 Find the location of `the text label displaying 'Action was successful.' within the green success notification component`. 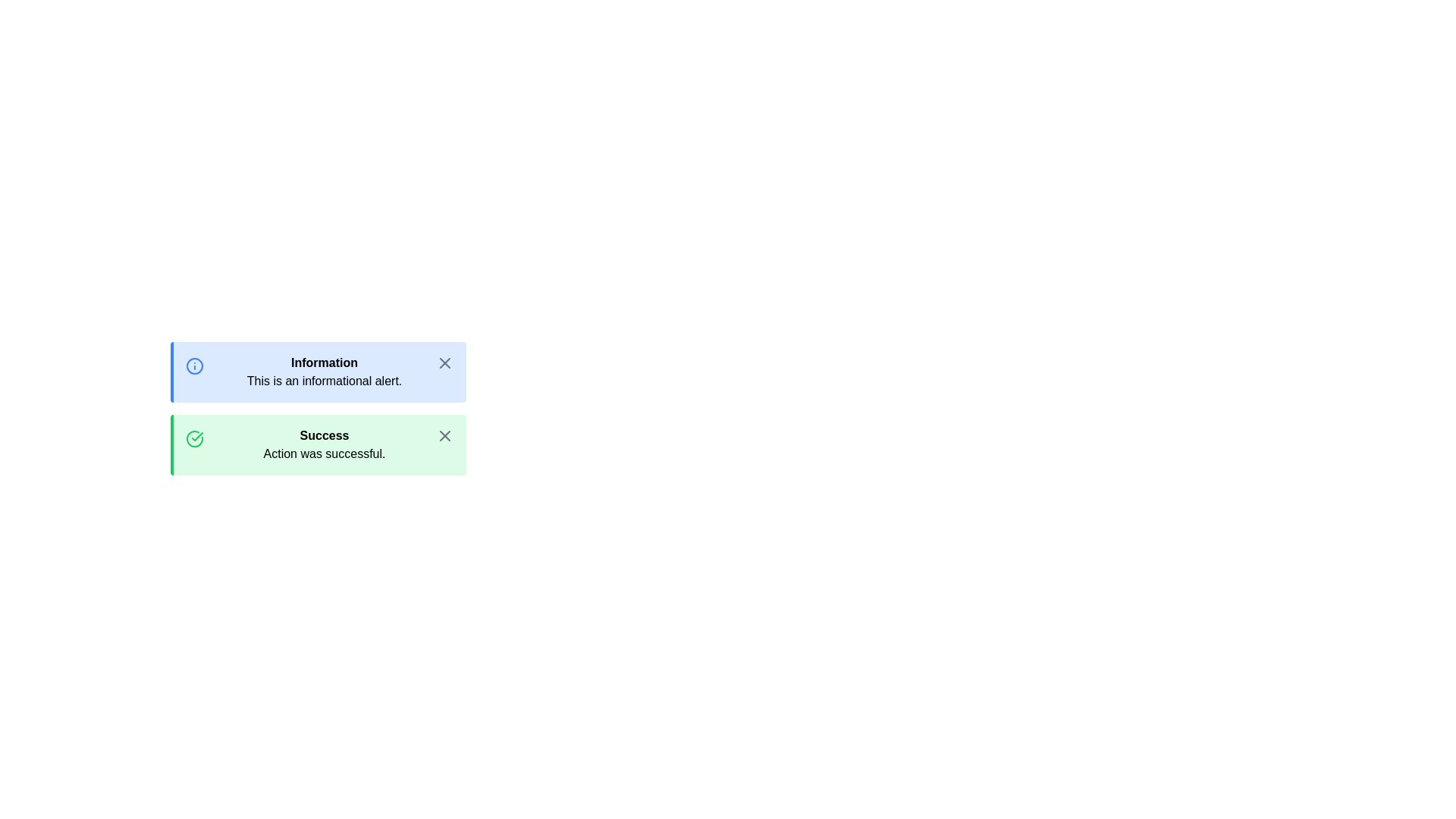

the text label displaying 'Action was successful.' within the green success notification component is located at coordinates (323, 453).